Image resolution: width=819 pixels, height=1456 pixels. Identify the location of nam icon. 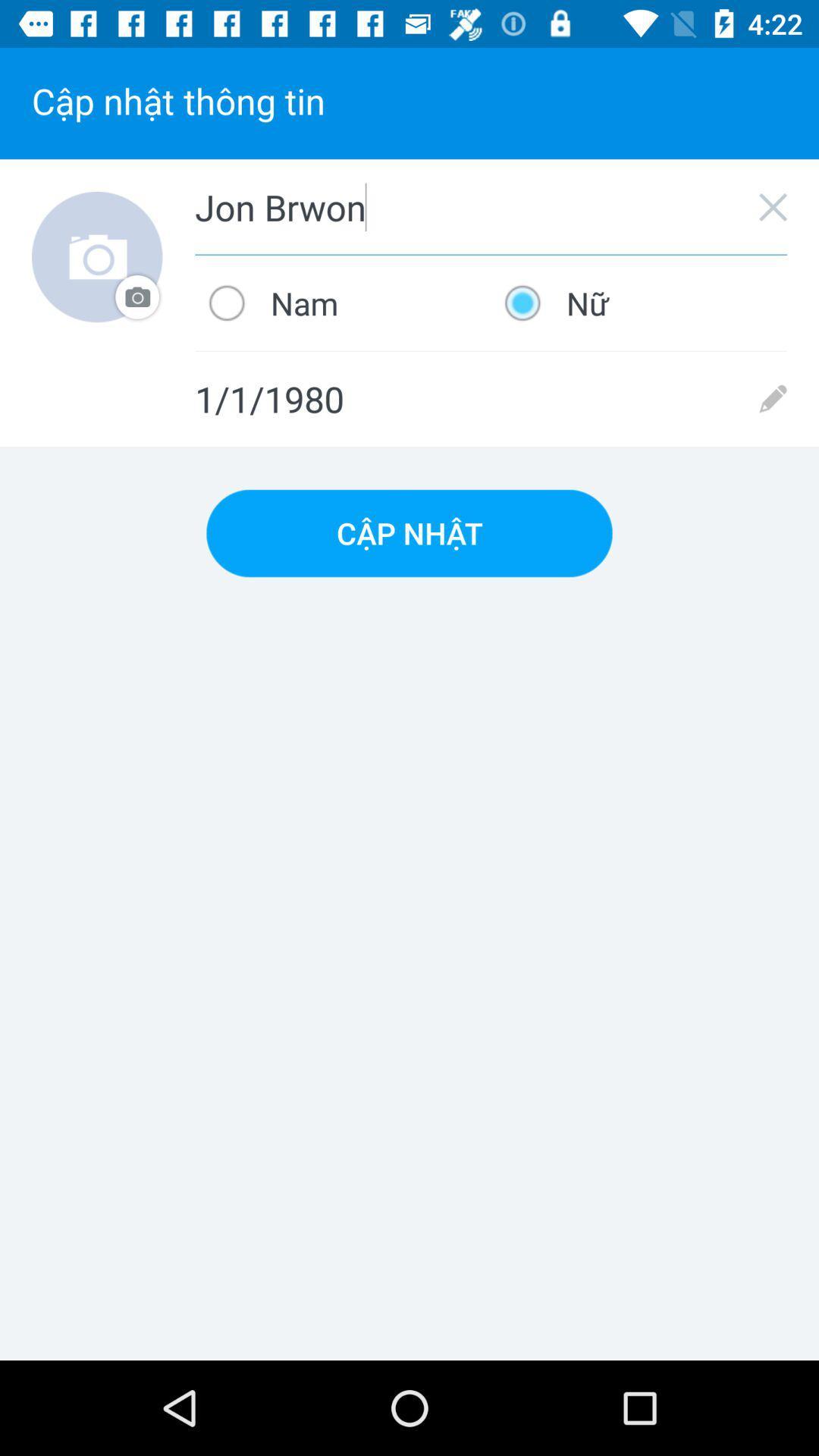
(343, 303).